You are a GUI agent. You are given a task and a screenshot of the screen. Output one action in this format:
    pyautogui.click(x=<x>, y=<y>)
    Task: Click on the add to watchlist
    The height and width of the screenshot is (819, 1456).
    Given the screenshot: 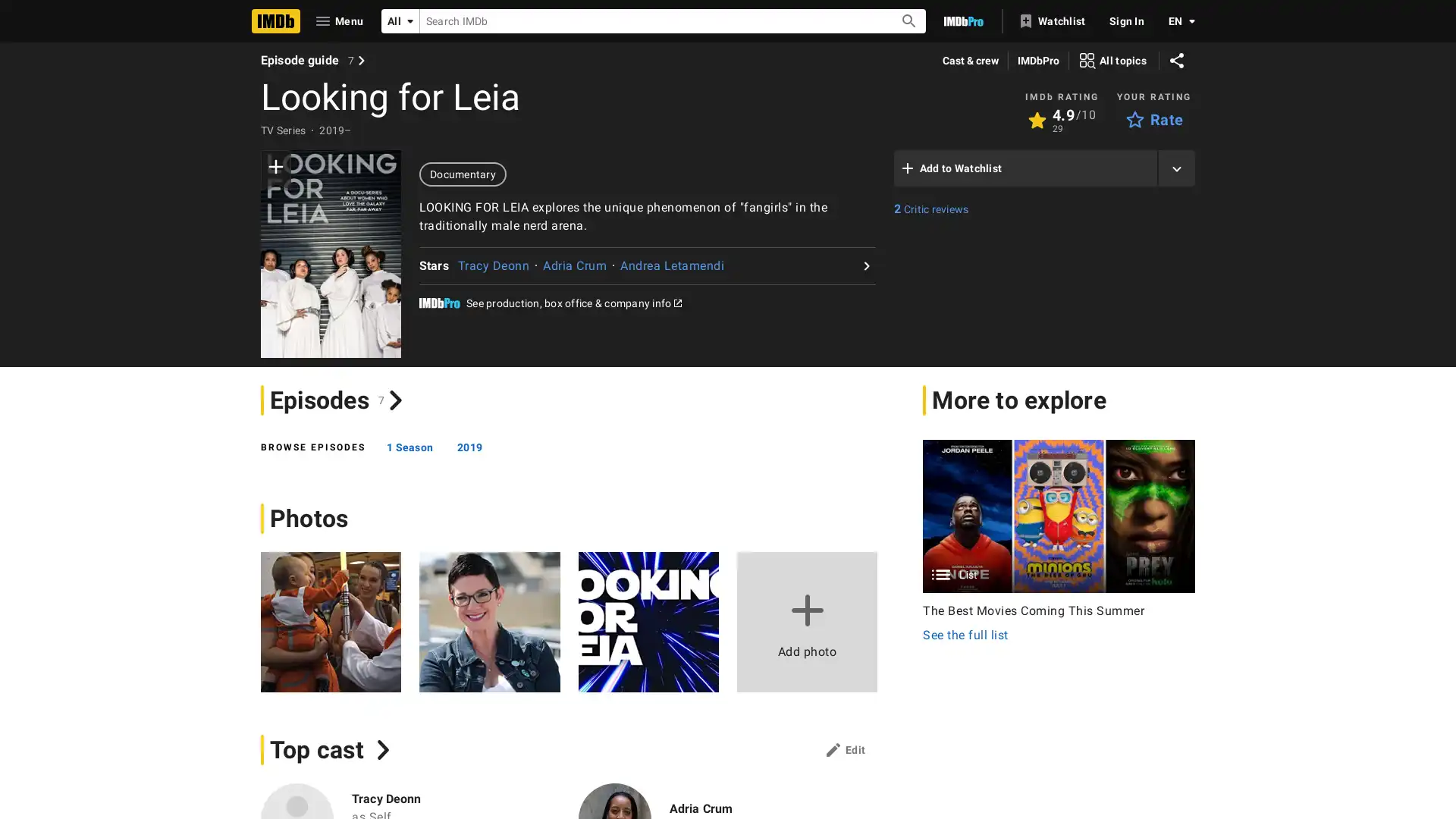 What is the action you would take?
    pyautogui.click(x=276, y=170)
    